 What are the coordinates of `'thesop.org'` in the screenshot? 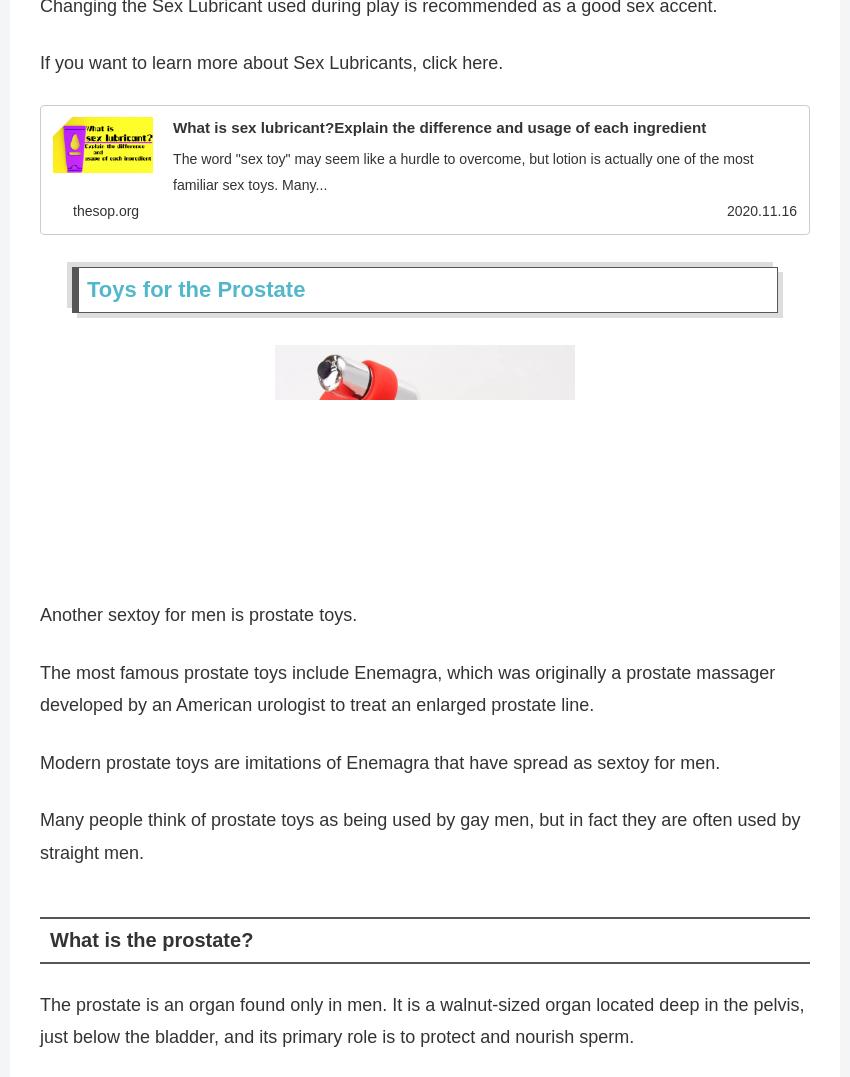 It's located at (104, 216).